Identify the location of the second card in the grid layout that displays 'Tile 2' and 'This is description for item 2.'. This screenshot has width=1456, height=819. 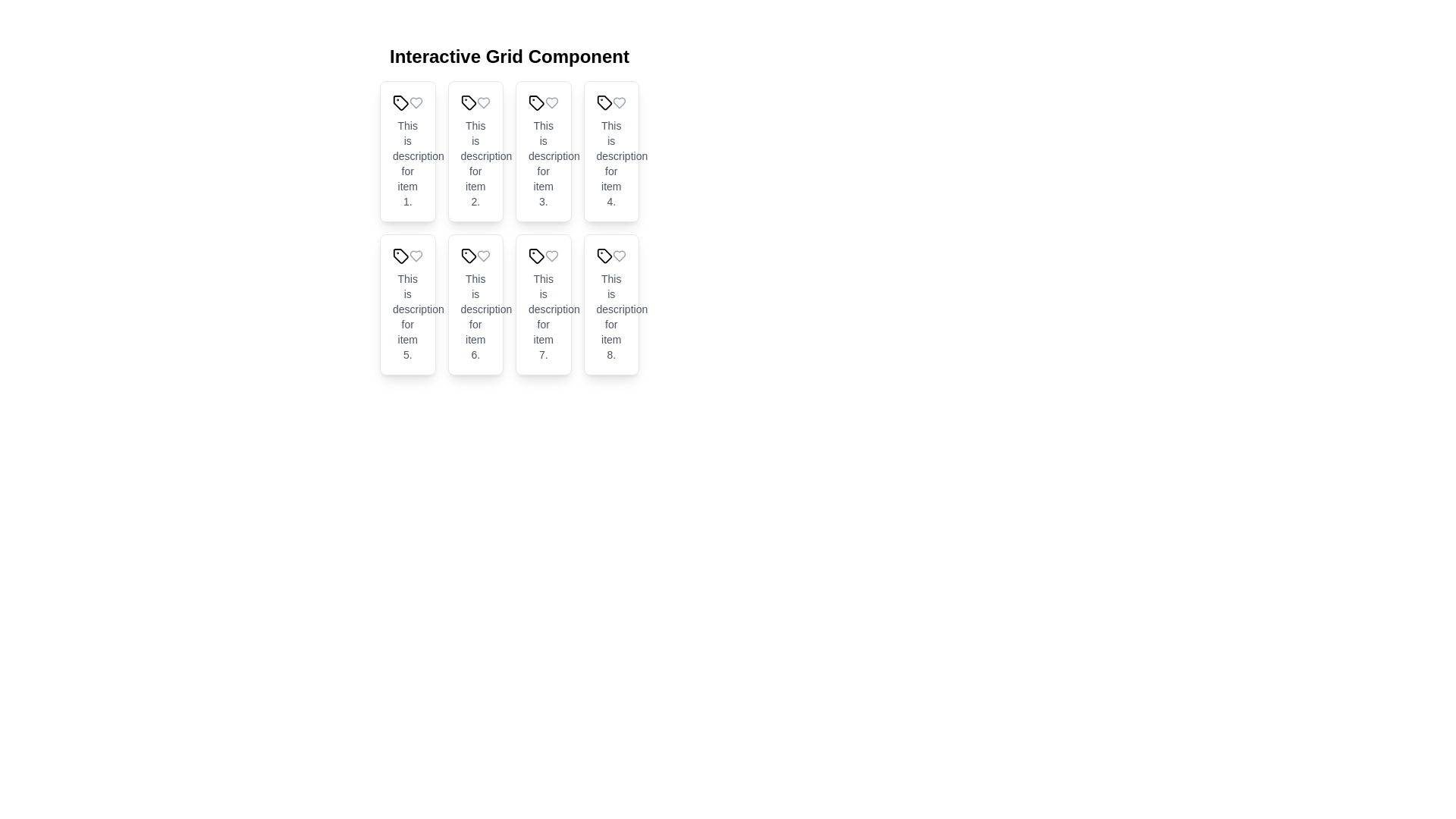
(475, 152).